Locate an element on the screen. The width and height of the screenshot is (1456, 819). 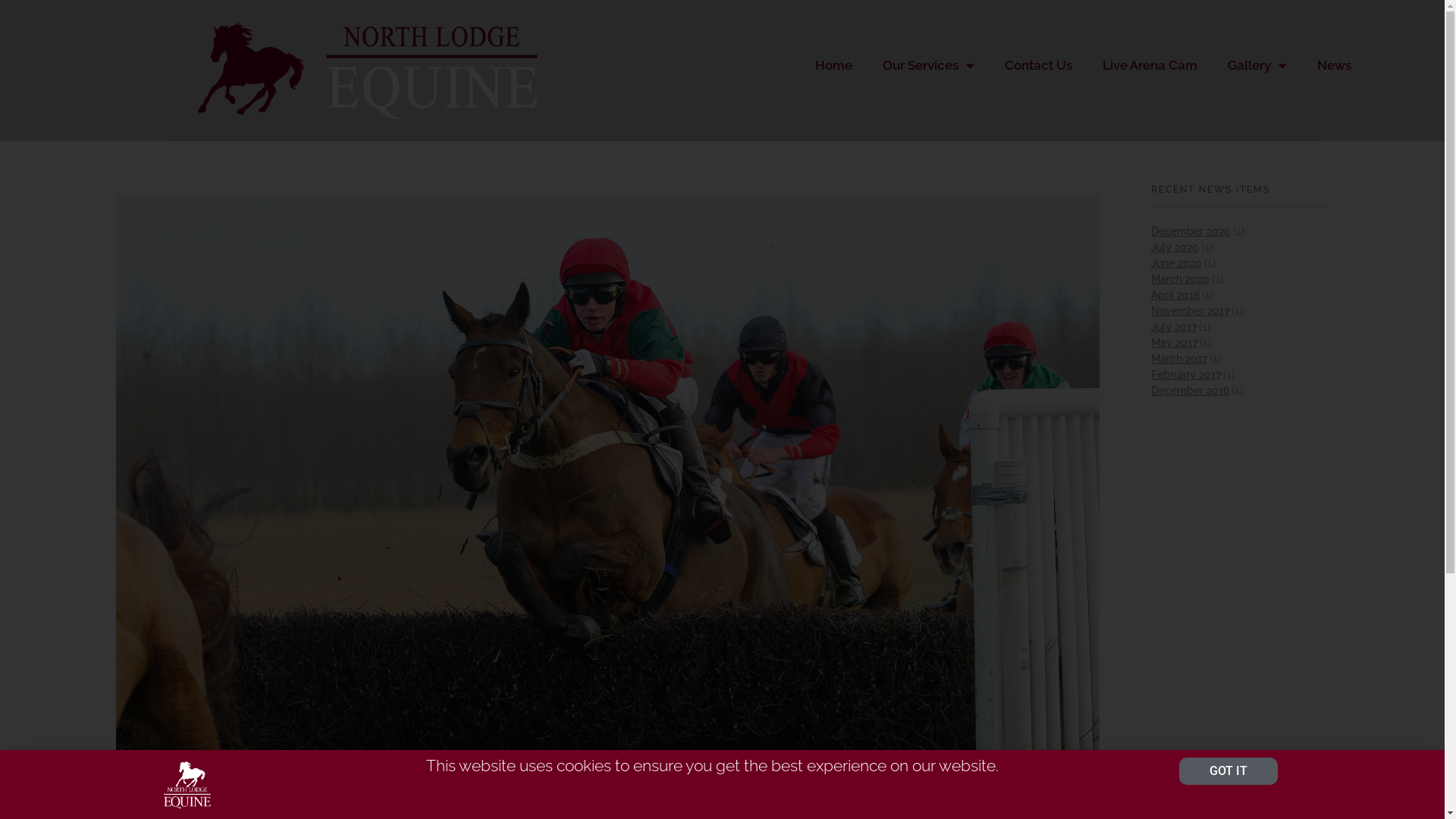
'Our Services' is located at coordinates (867, 64).